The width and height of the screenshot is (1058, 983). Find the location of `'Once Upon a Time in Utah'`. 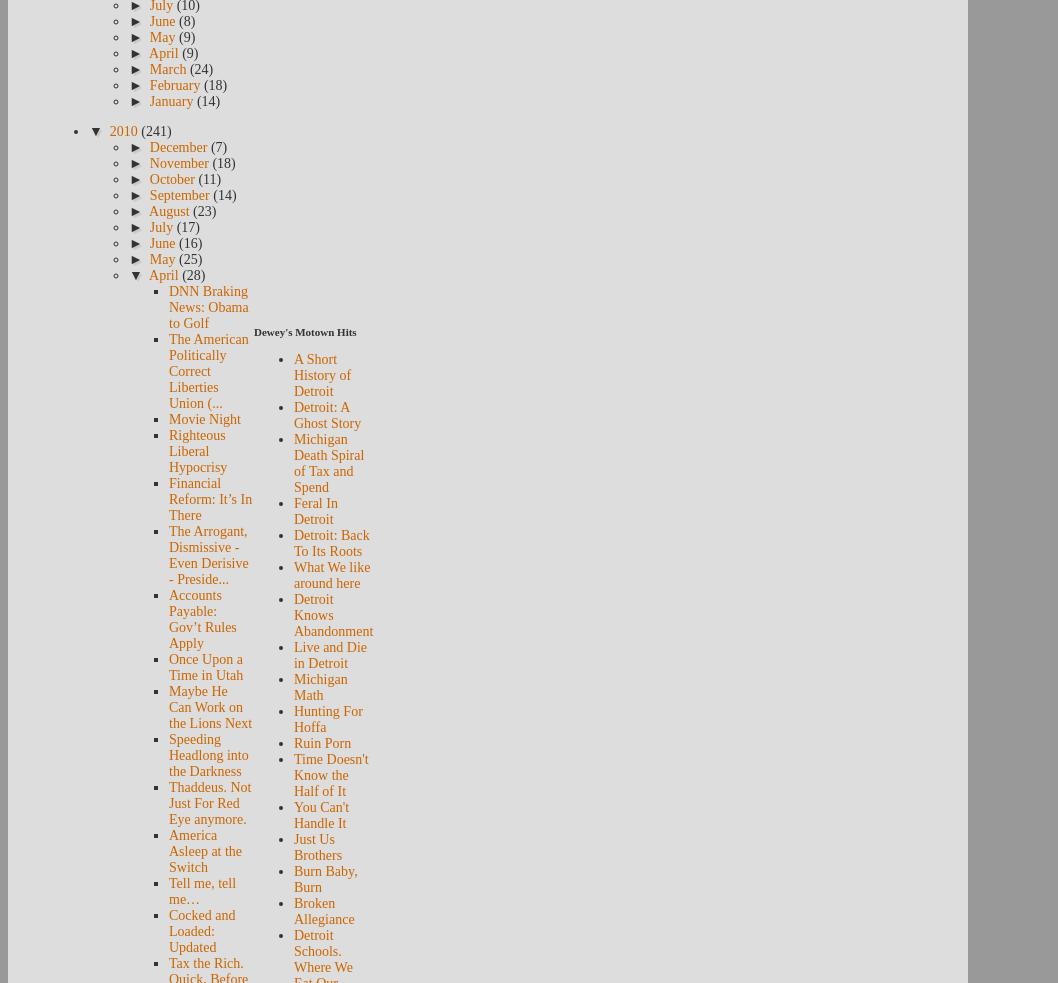

'Once Upon a Time in Utah' is located at coordinates (205, 666).